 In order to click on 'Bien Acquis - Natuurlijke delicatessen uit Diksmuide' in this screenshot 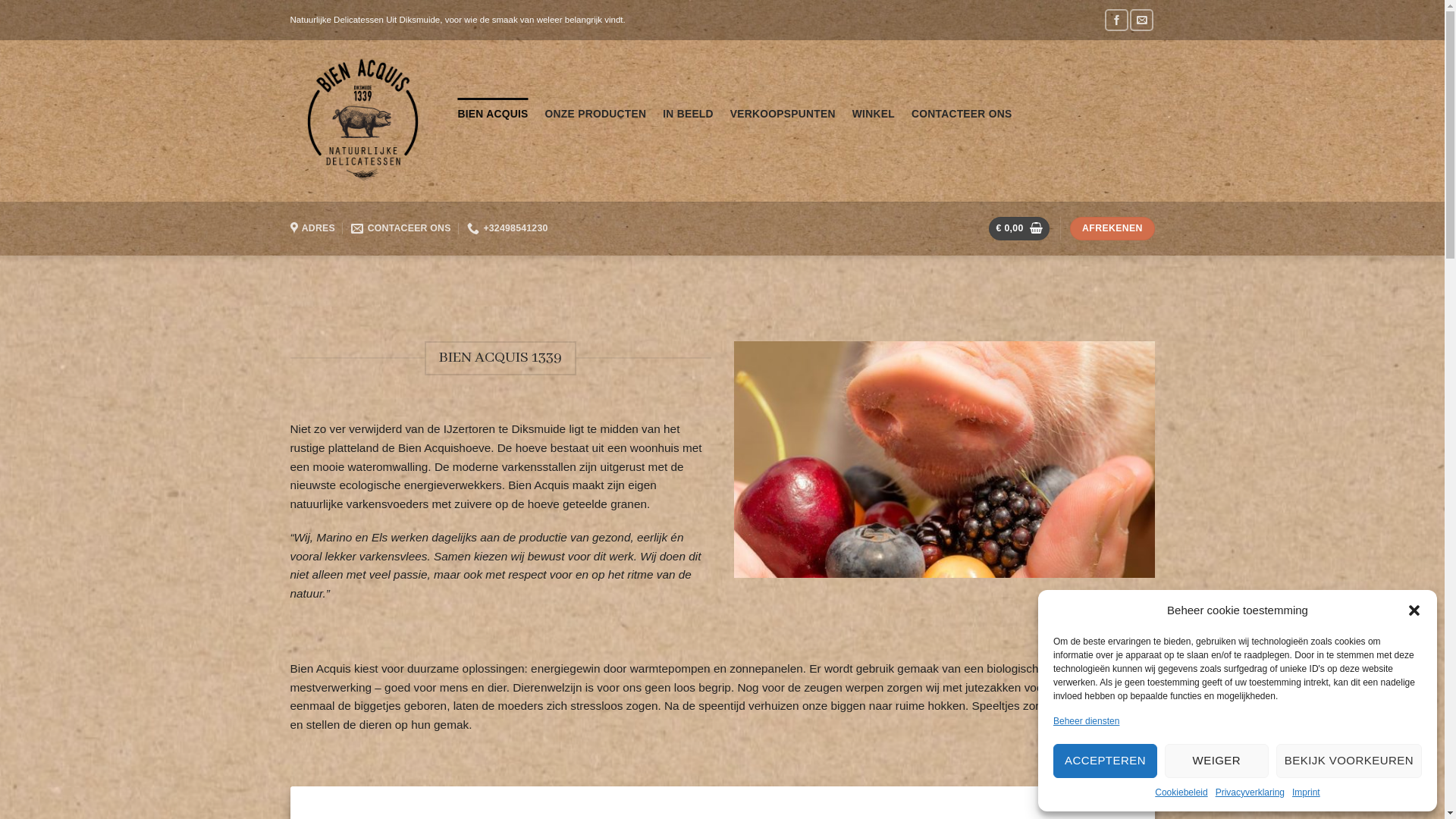, I will do `click(361, 120)`.